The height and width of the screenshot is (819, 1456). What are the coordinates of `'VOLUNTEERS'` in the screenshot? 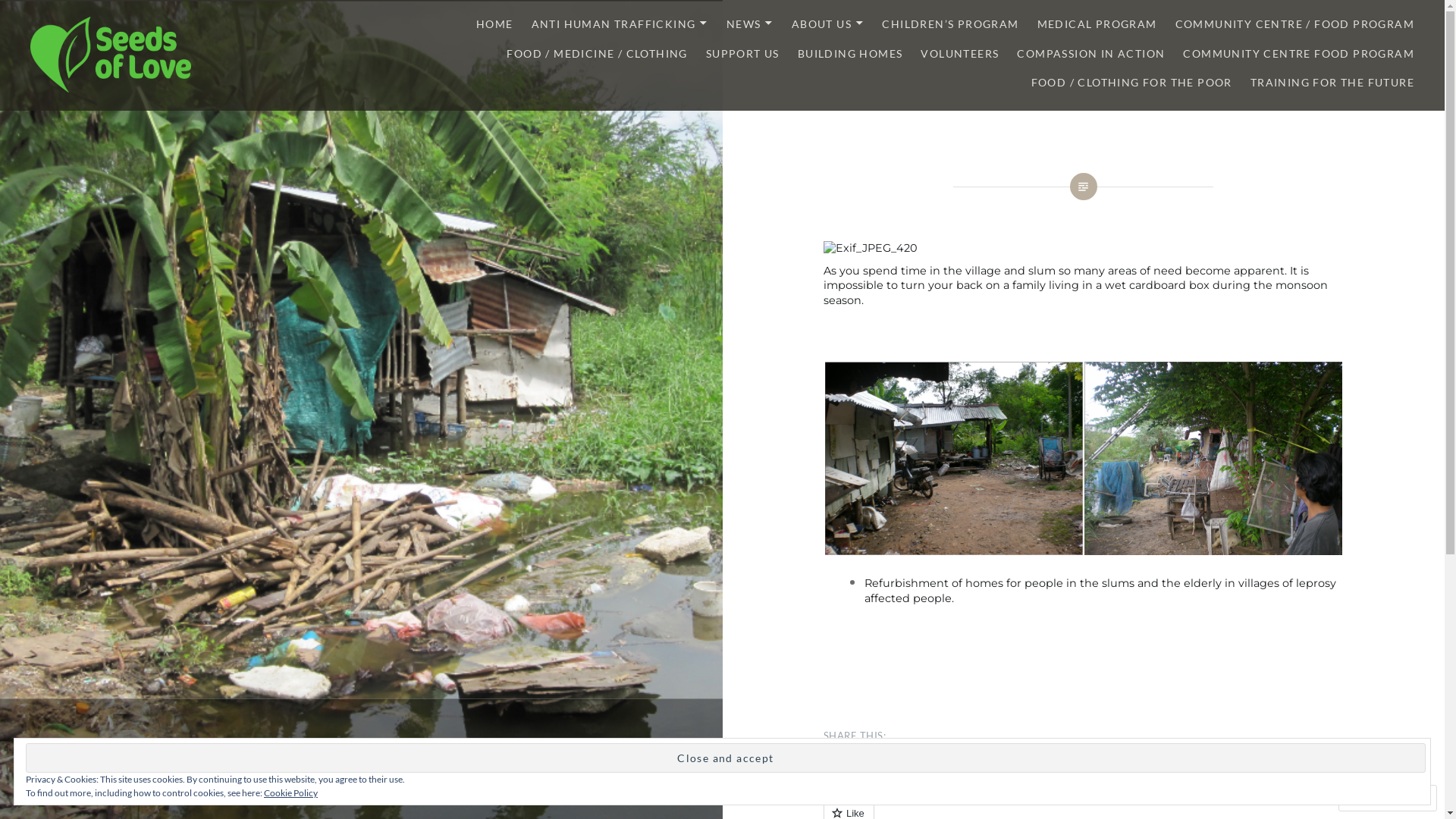 It's located at (959, 53).